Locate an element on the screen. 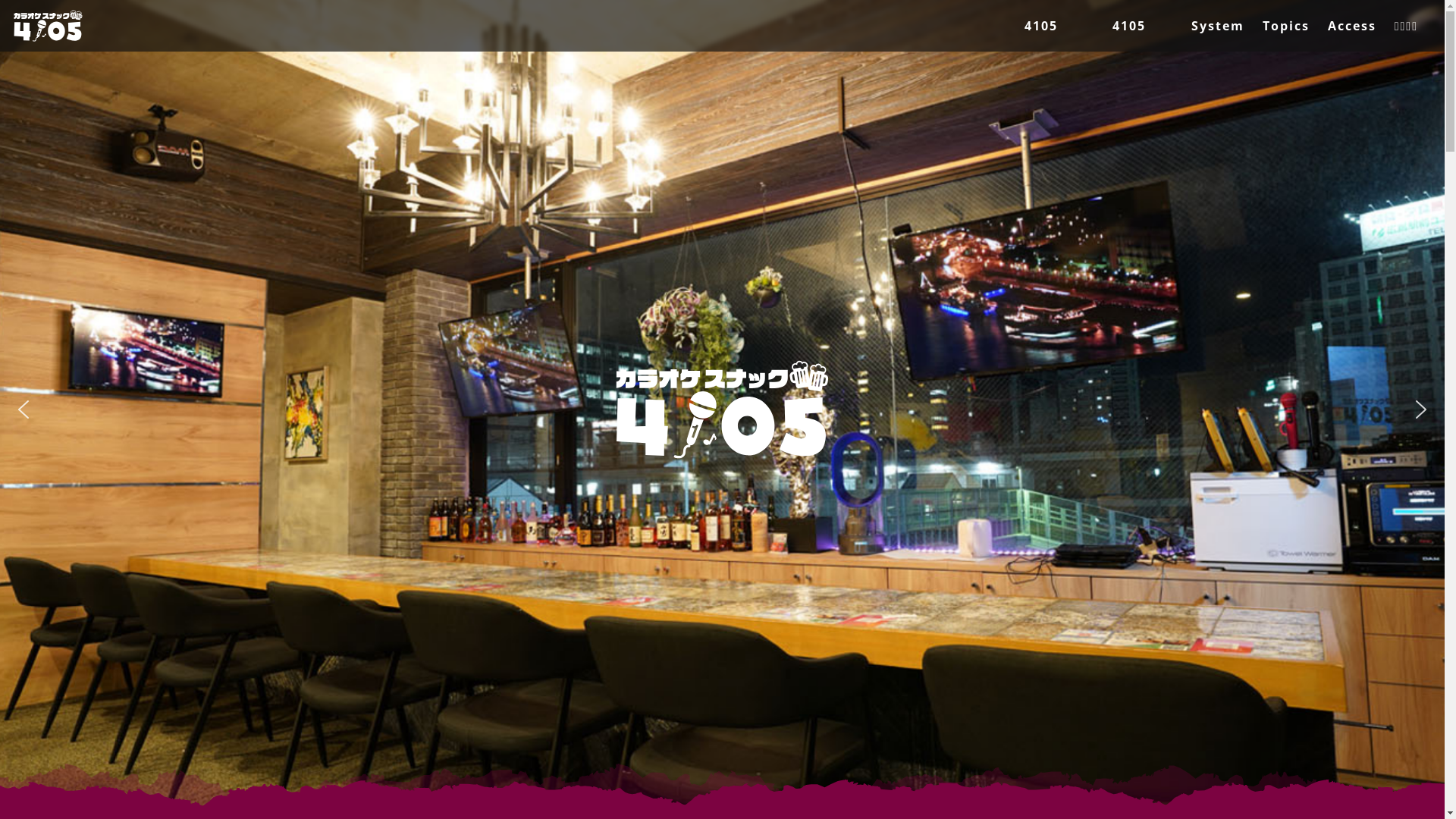 This screenshot has width=1456, height=819. 'Topics' is located at coordinates (1285, 26).